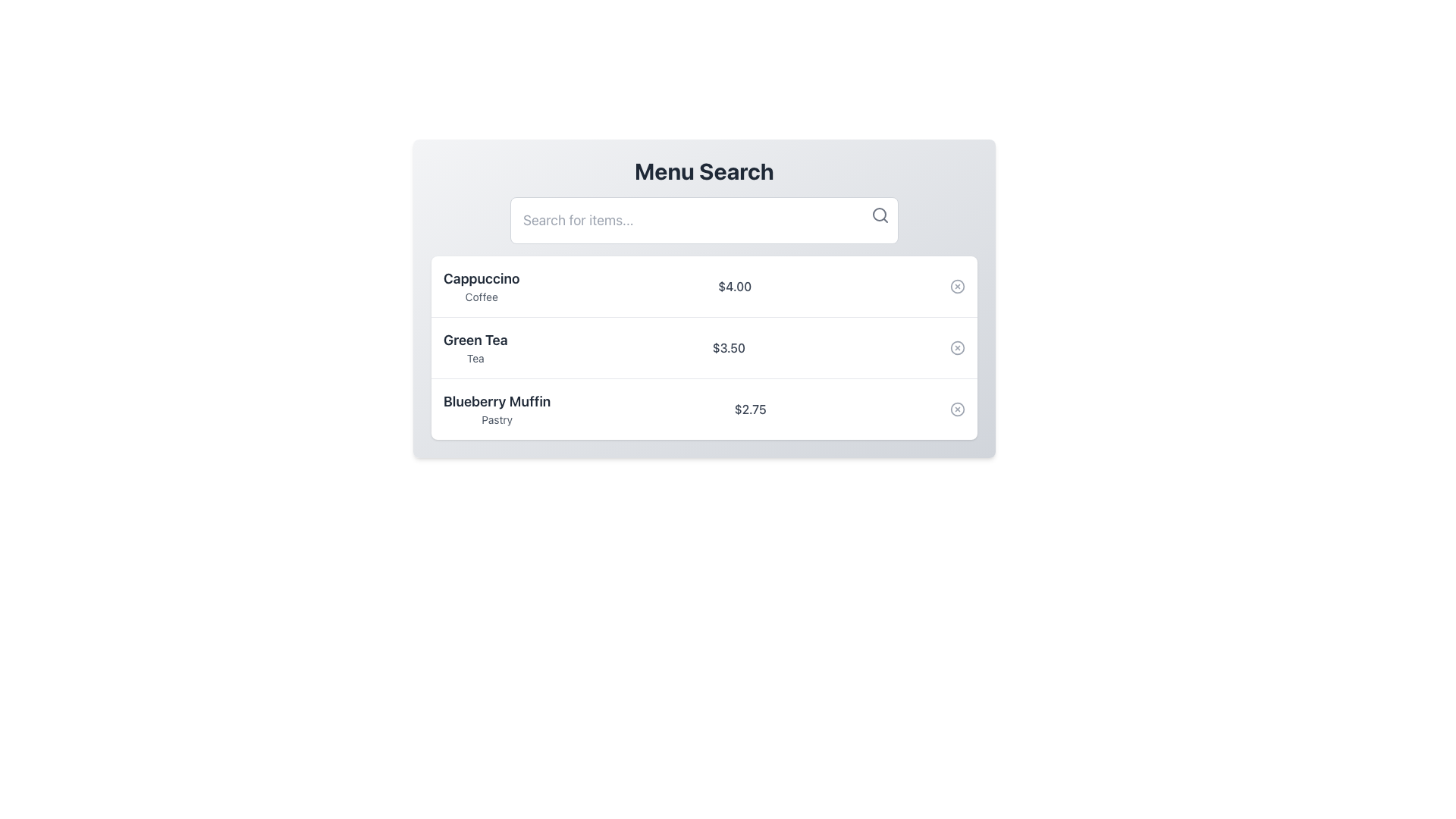  I want to click on the decorative circular SVG element associated with the delete button for the 'Green Tea' list item, which is positioned in the middle right, adjacent to its price of $3.50, so click(956, 348).